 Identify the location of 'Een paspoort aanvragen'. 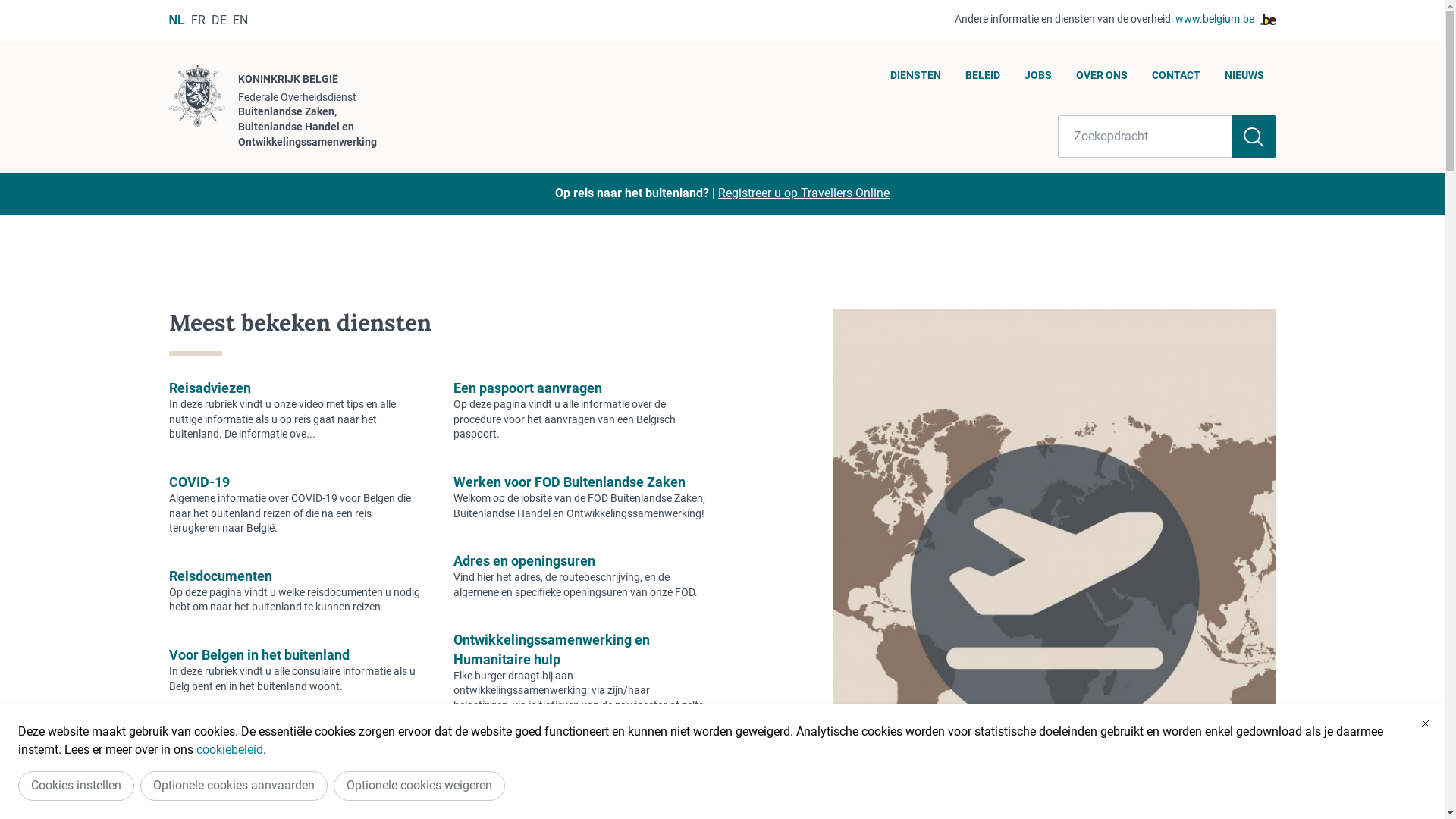
(528, 387).